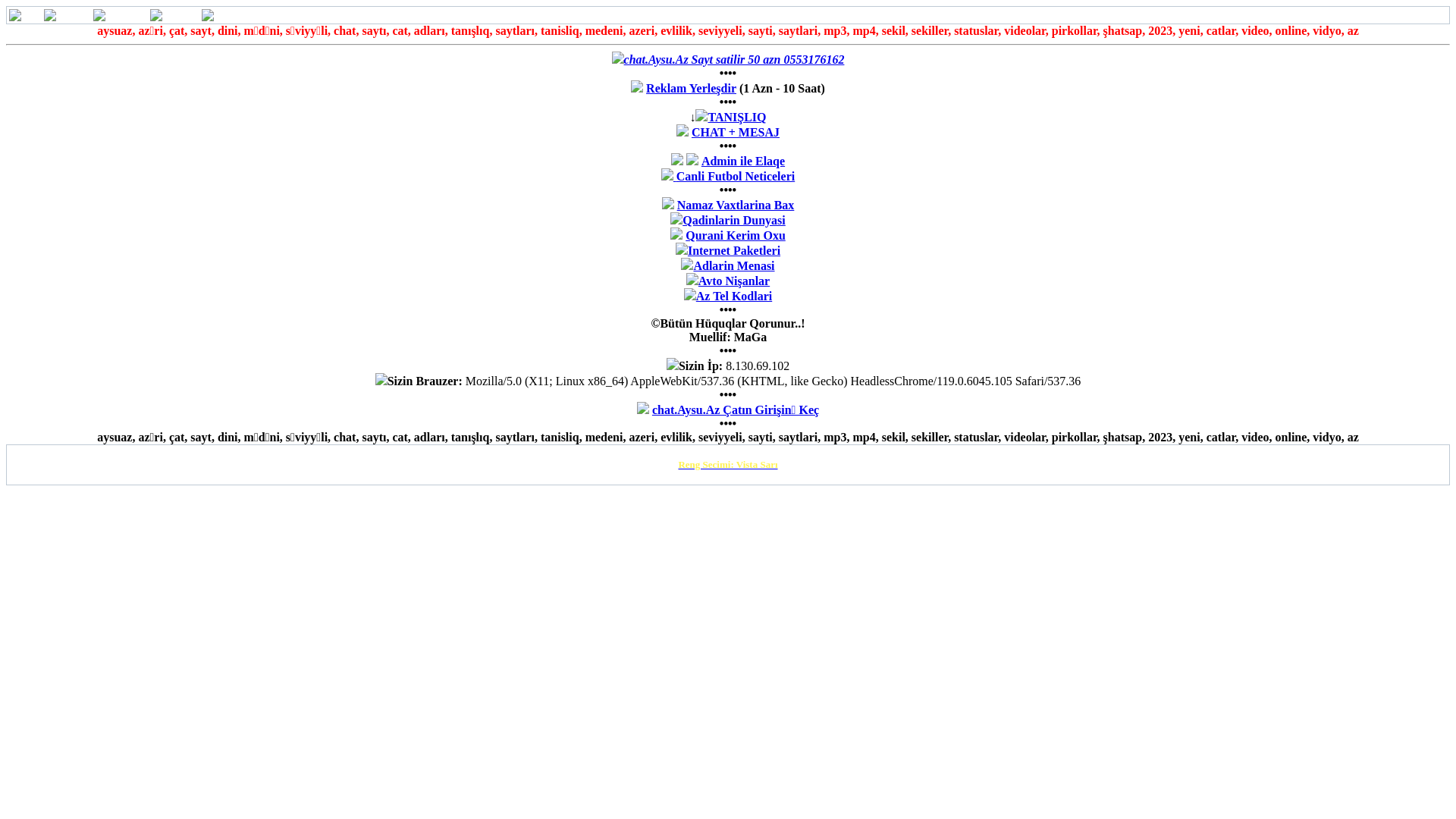 This screenshot has height=819, width=1456. What do you see at coordinates (735, 175) in the screenshot?
I see `'Canli Futbol Neticeleri'` at bounding box center [735, 175].